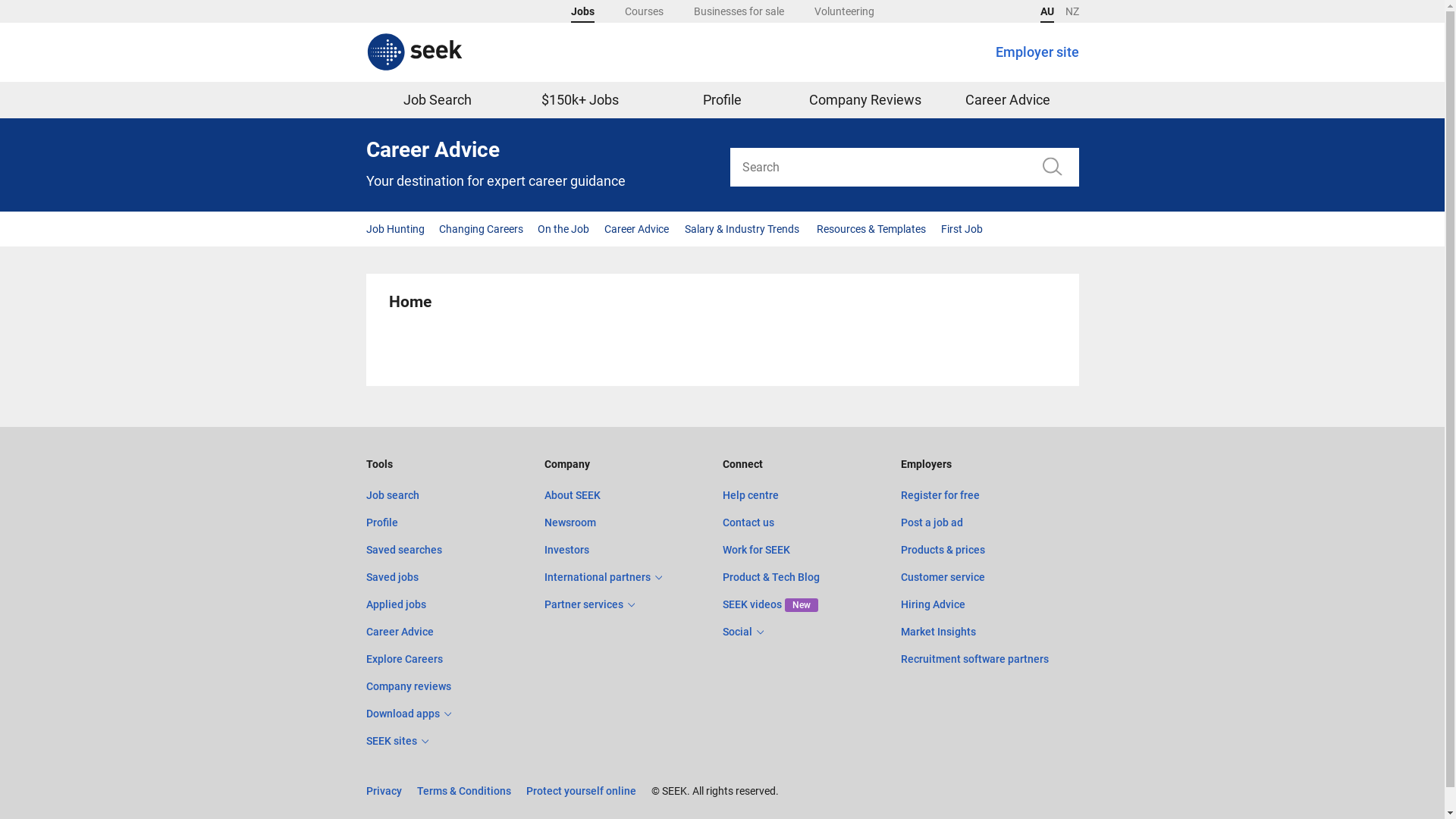 Image resolution: width=1456 pixels, height=819 pixels. Describe the element at coordinates (391, 576) in the screenshot. I see `'Saved jobs'` at that location.